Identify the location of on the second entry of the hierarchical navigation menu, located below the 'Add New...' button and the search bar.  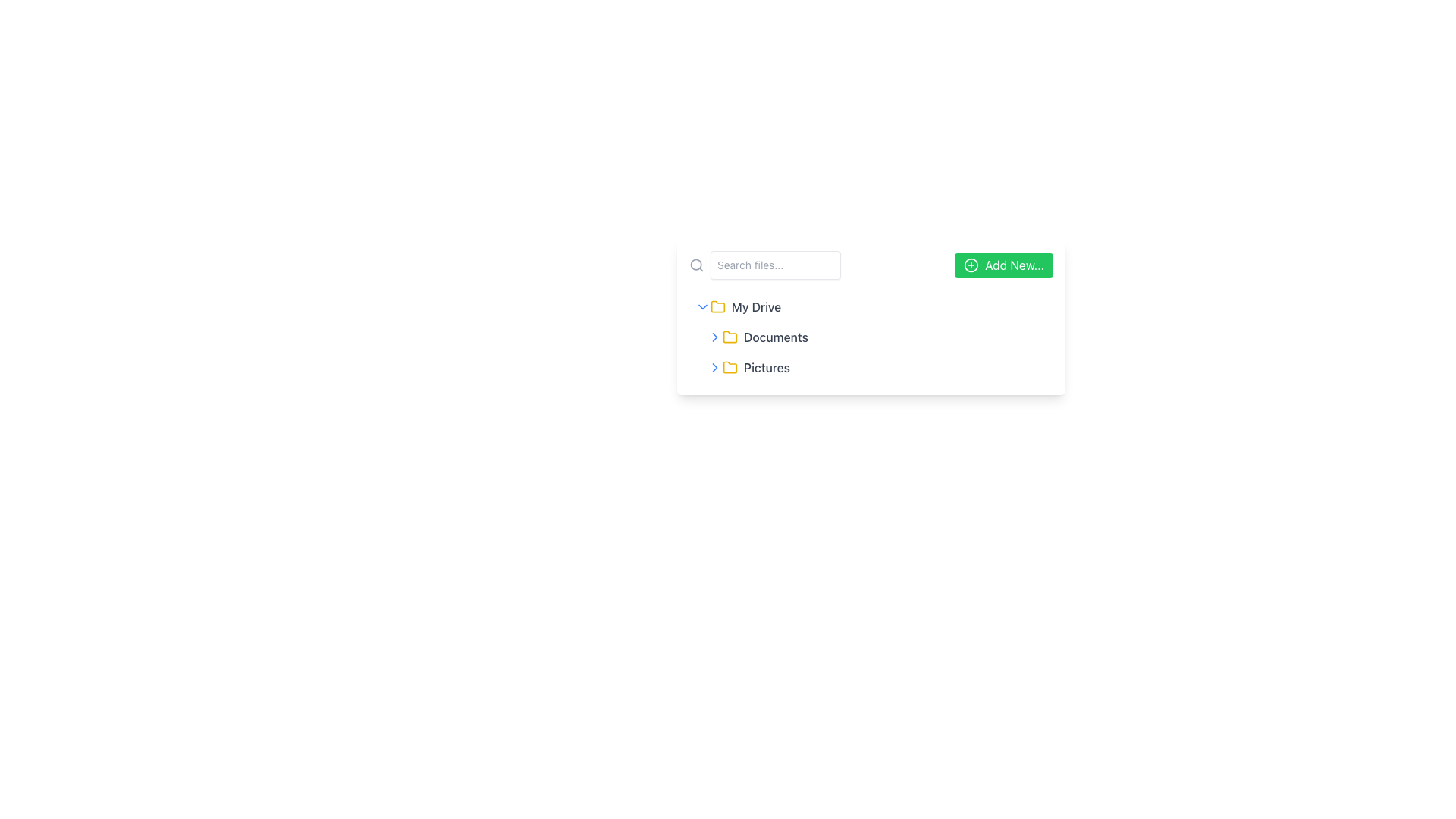
(871, 336).